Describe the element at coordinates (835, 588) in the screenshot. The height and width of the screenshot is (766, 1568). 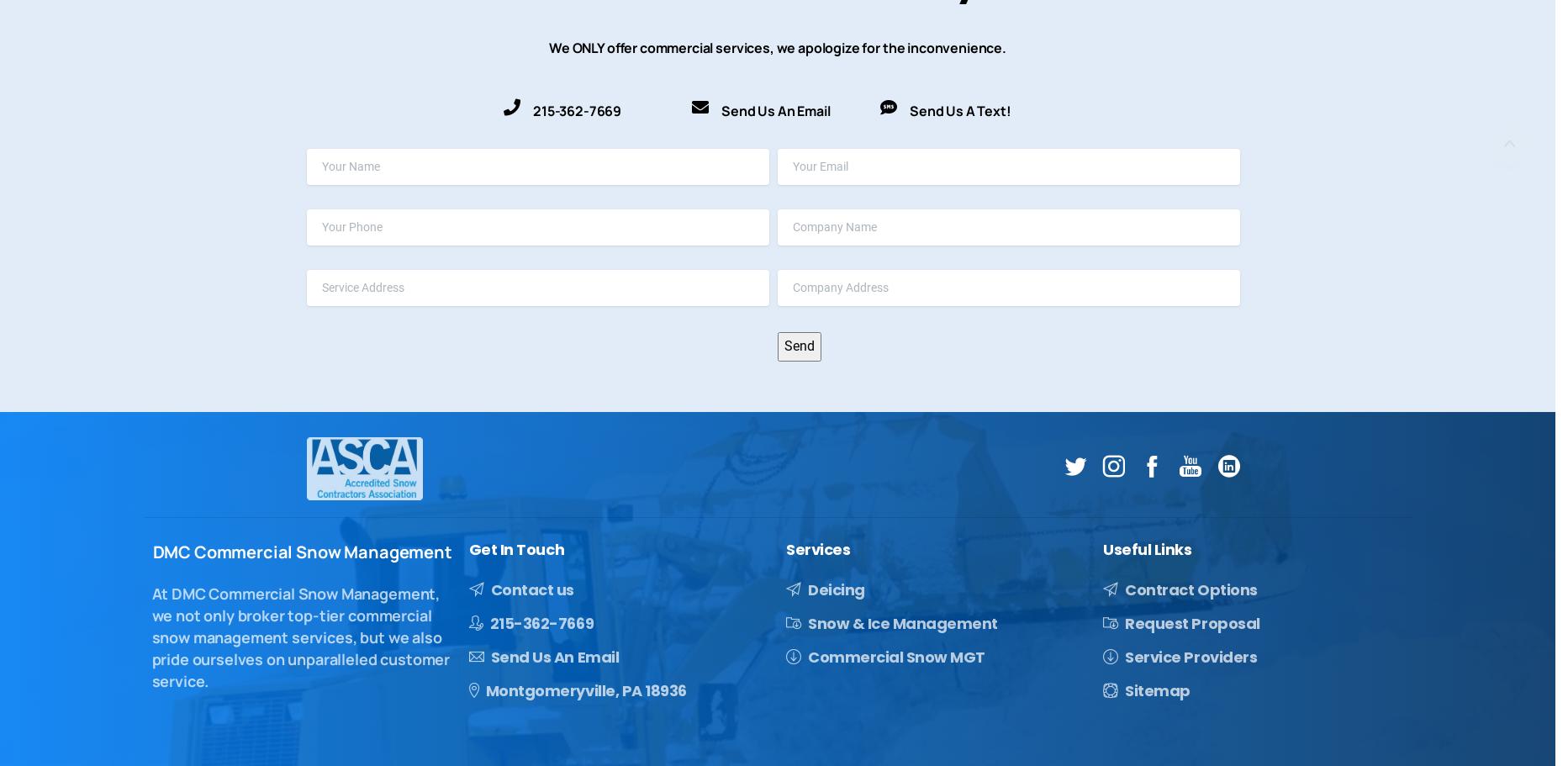
I see `'Deicing'` at that location.